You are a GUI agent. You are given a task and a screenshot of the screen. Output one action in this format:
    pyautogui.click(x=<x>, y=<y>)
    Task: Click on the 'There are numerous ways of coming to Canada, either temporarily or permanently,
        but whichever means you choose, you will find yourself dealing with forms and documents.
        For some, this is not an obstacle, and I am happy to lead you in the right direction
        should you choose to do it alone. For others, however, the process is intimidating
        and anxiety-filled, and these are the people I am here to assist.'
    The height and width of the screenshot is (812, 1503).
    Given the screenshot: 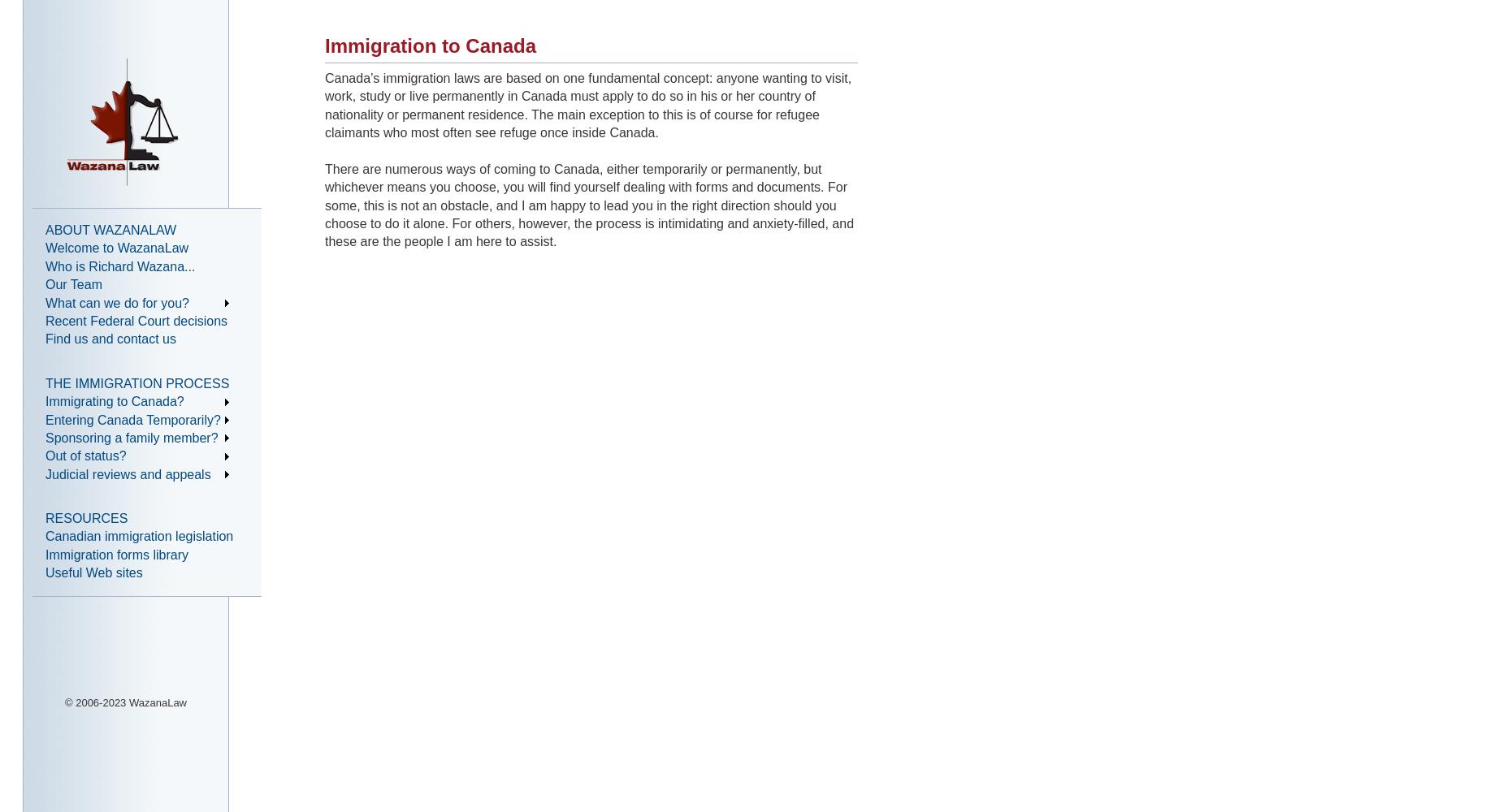 What is the action you would take?
    pyautogui.click(x=323, y=205)
    